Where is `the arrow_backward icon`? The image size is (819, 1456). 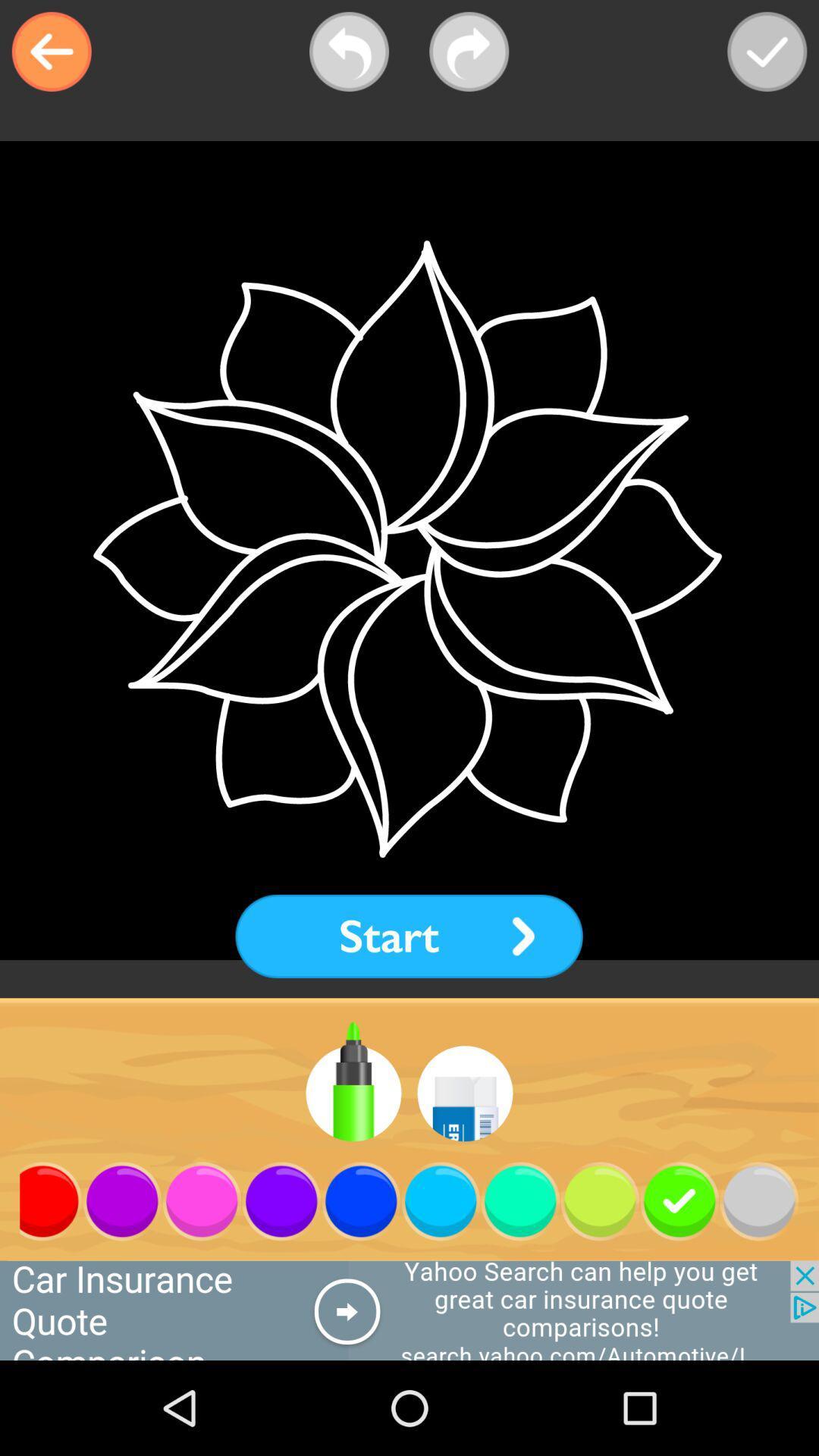 the arrow_backward icon is located at coordinates (51, 52).